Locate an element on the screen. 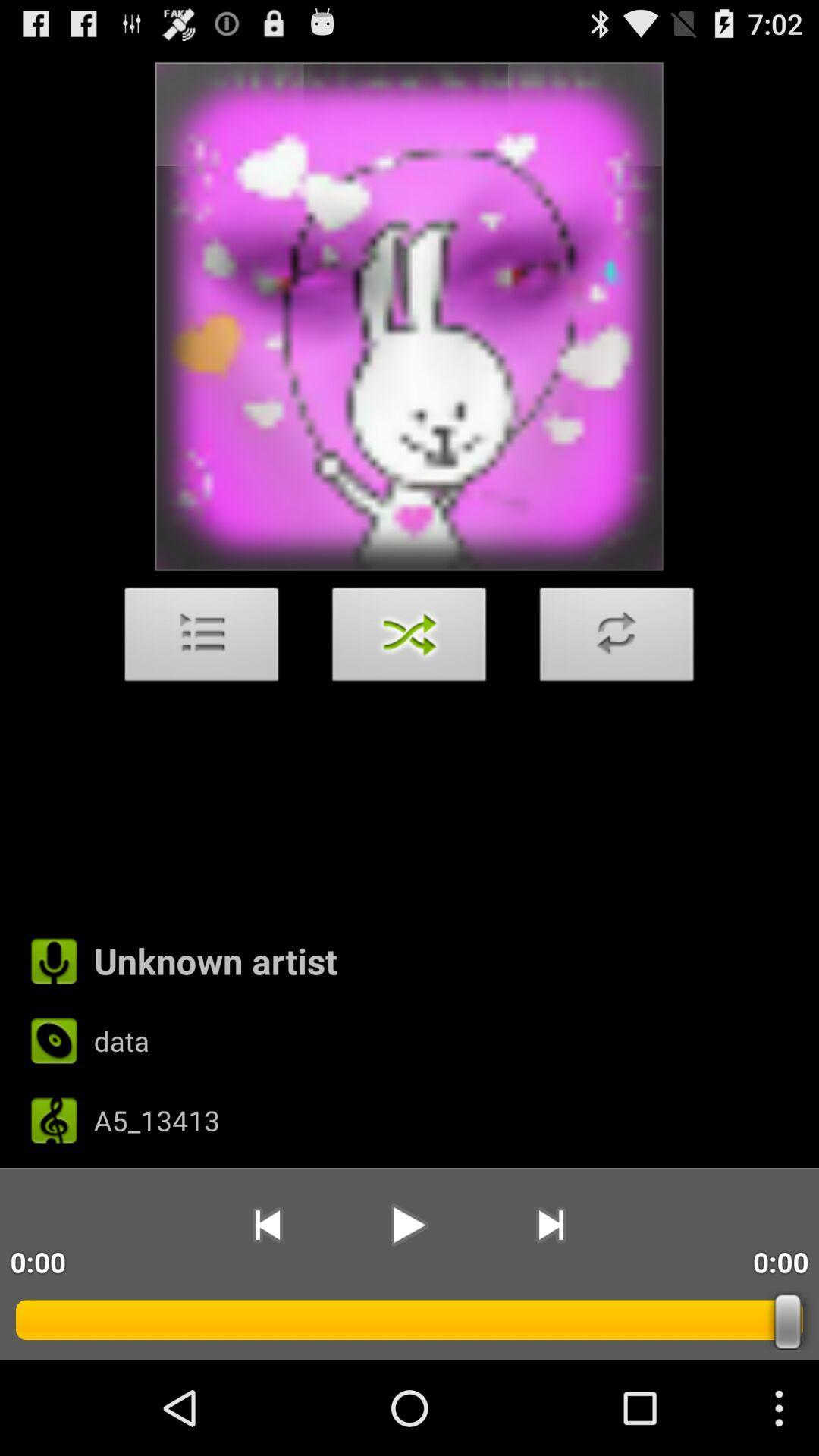 The height and width of the screenshot is (1456, 819). the skip_next icon is located at coordinates (551, 1310).